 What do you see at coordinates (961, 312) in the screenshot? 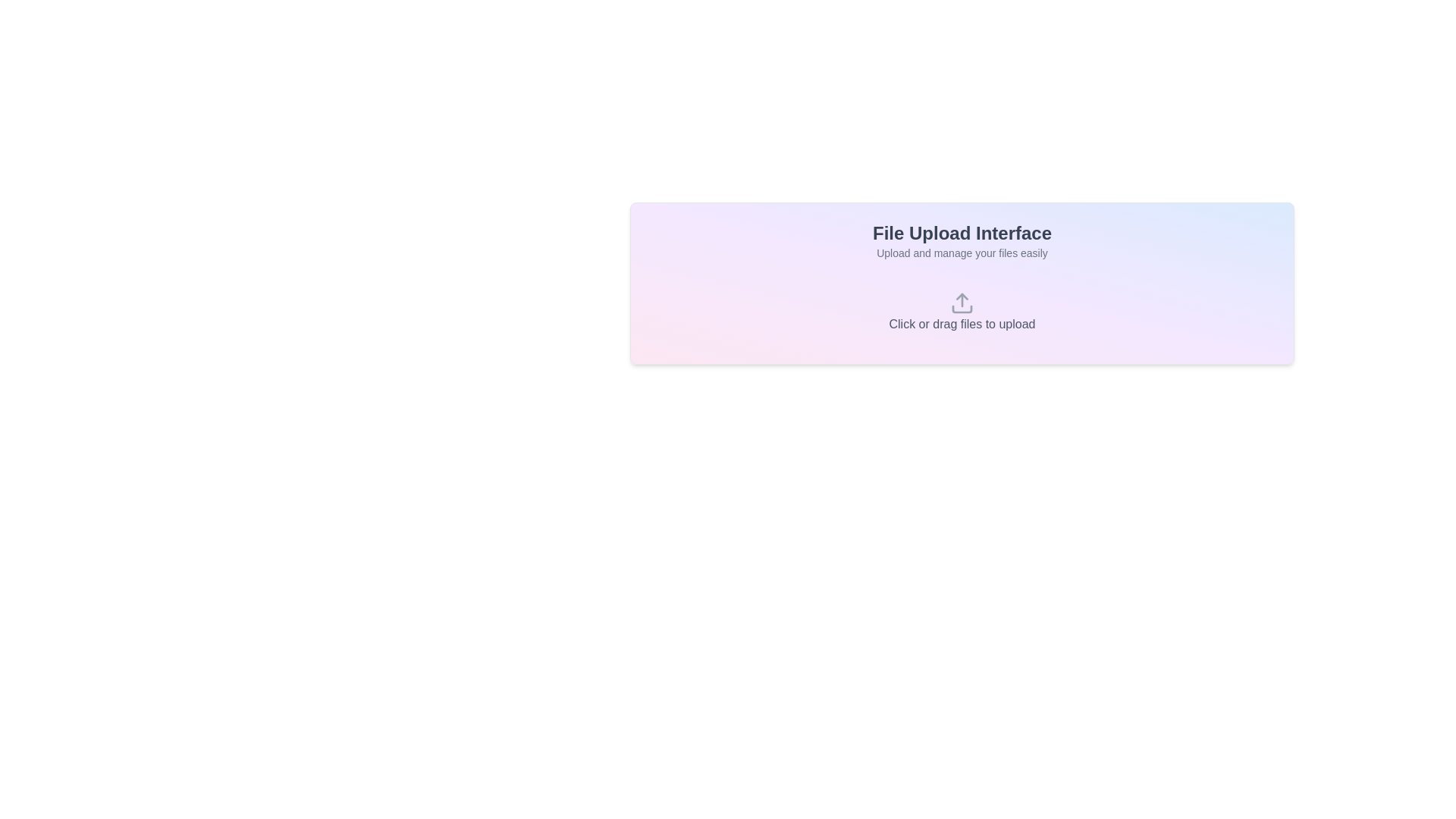
I see `the File upload zone, which is the main component of the file upload interface located beneath the heading 'File Upload Interface'` at bounding box center [961, 312].